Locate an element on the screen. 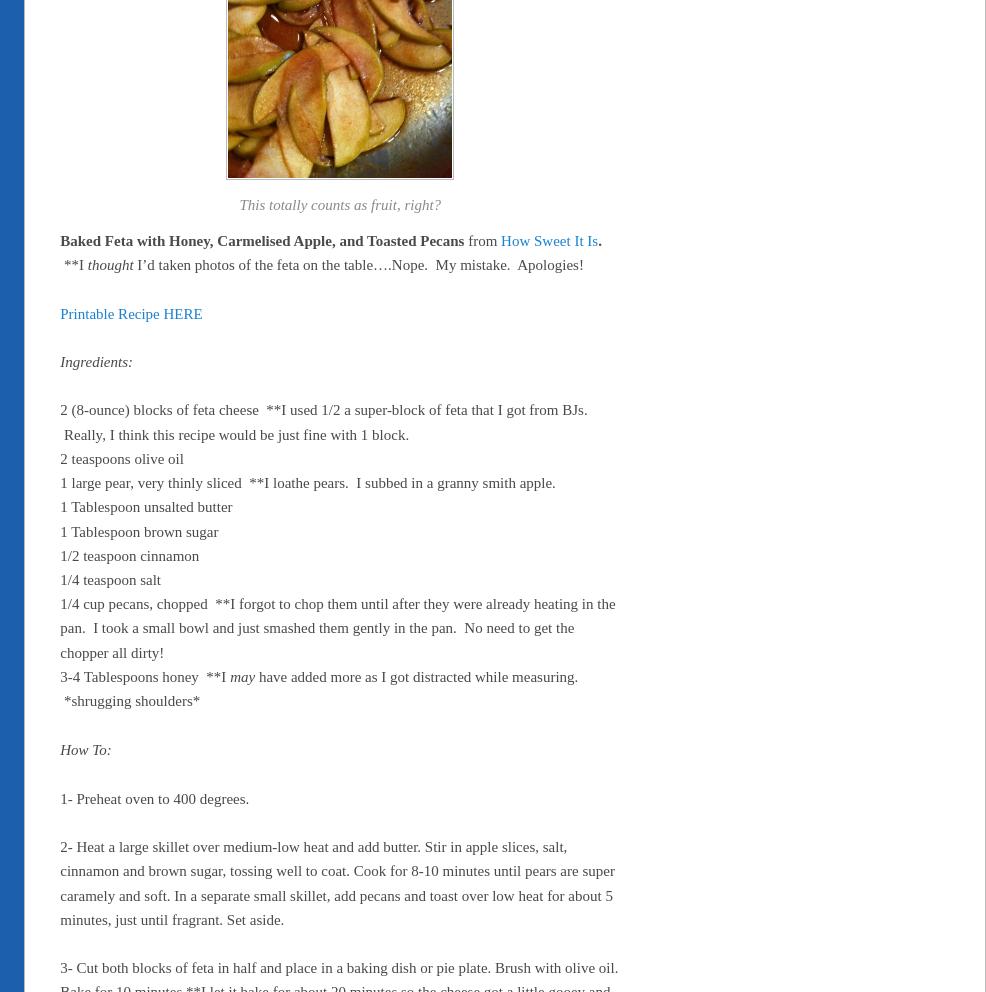 This screenshot has width=986, height=992. 'How Sweet It Is' is located at coordinates (548, 239).